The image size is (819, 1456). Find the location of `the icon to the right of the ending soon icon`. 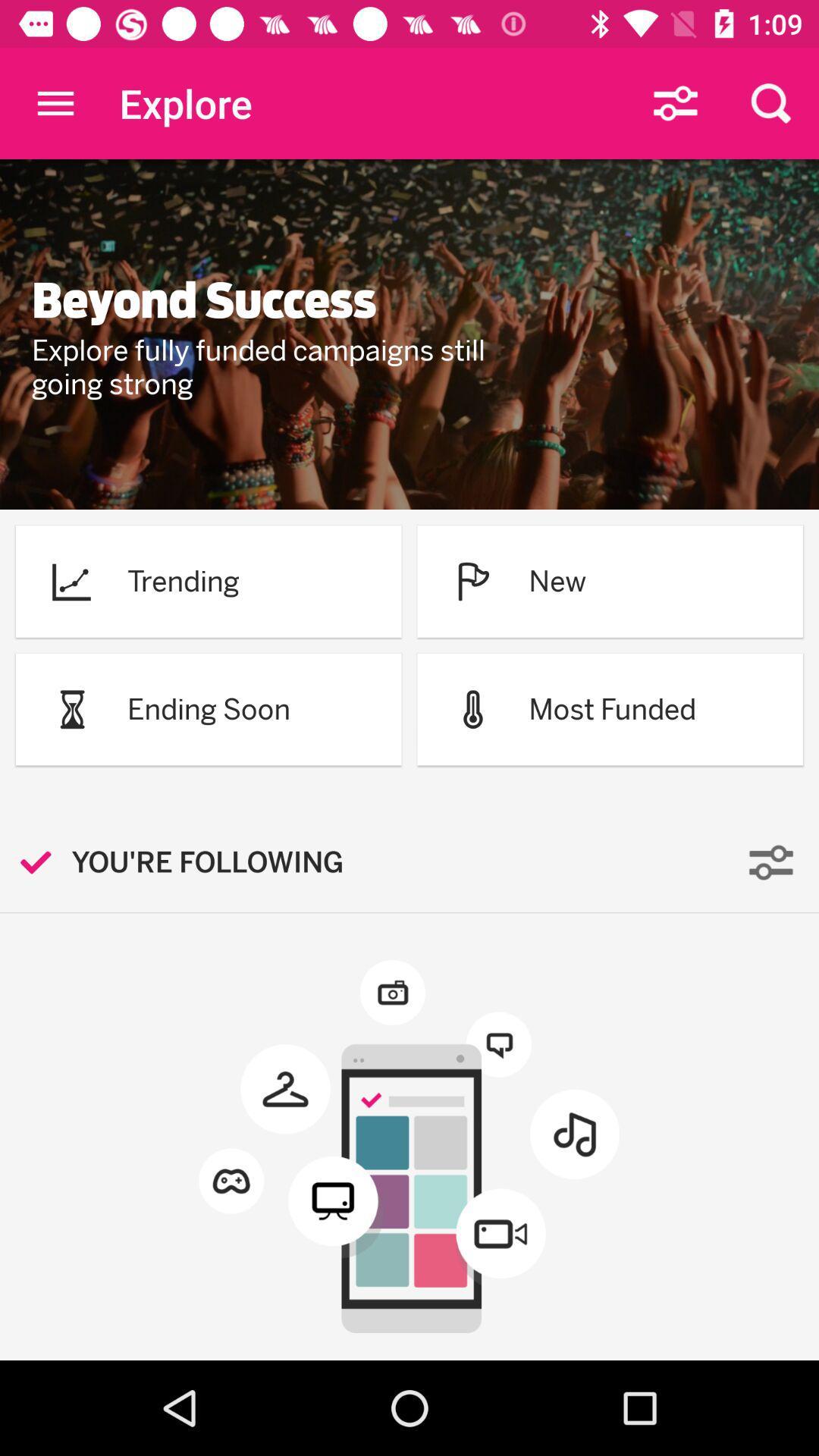

the icon to the right of the ending soon icon is located at coordinates (472, 708).